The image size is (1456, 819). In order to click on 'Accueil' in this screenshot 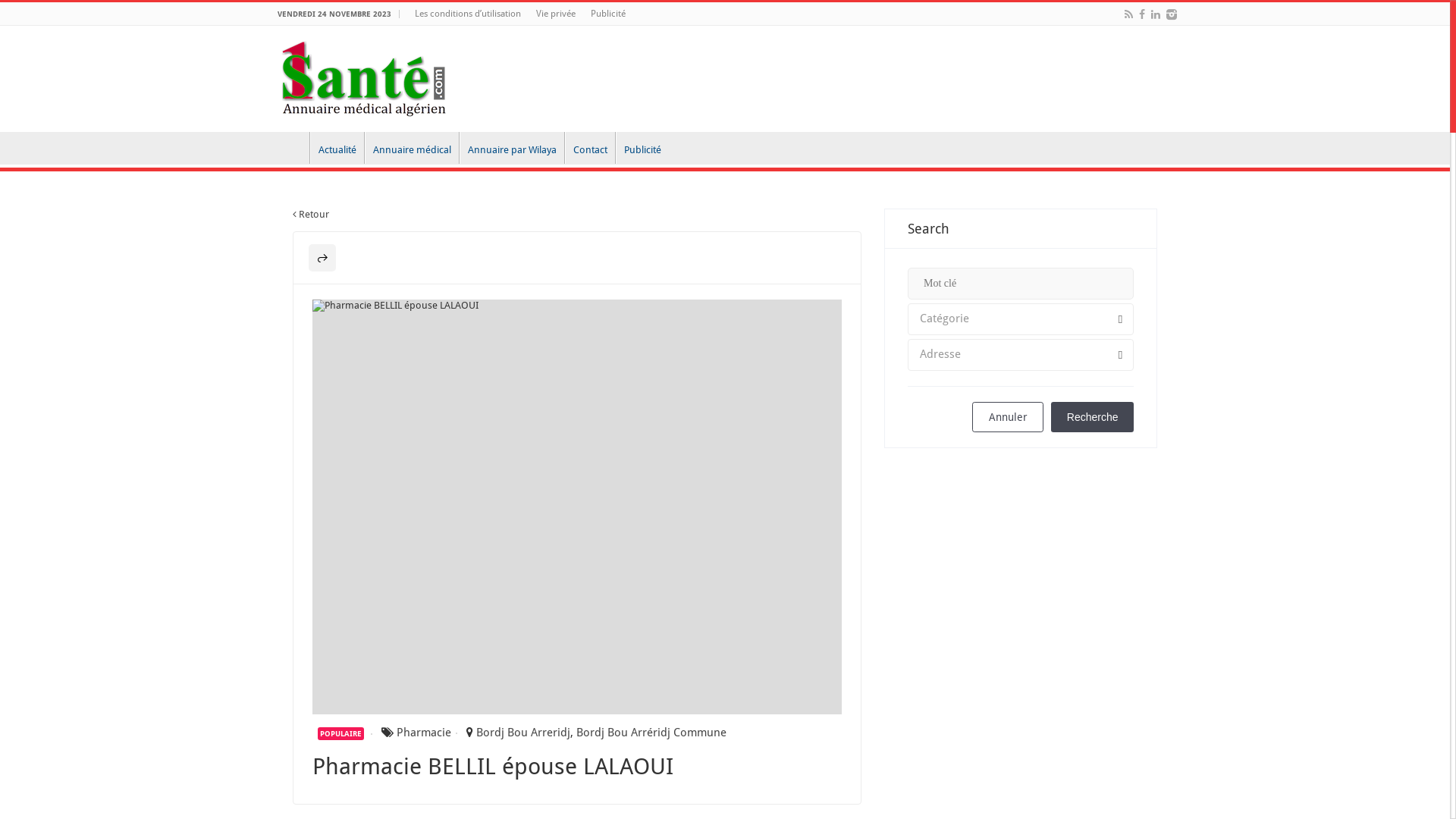, I will do `click(290, 148)`.